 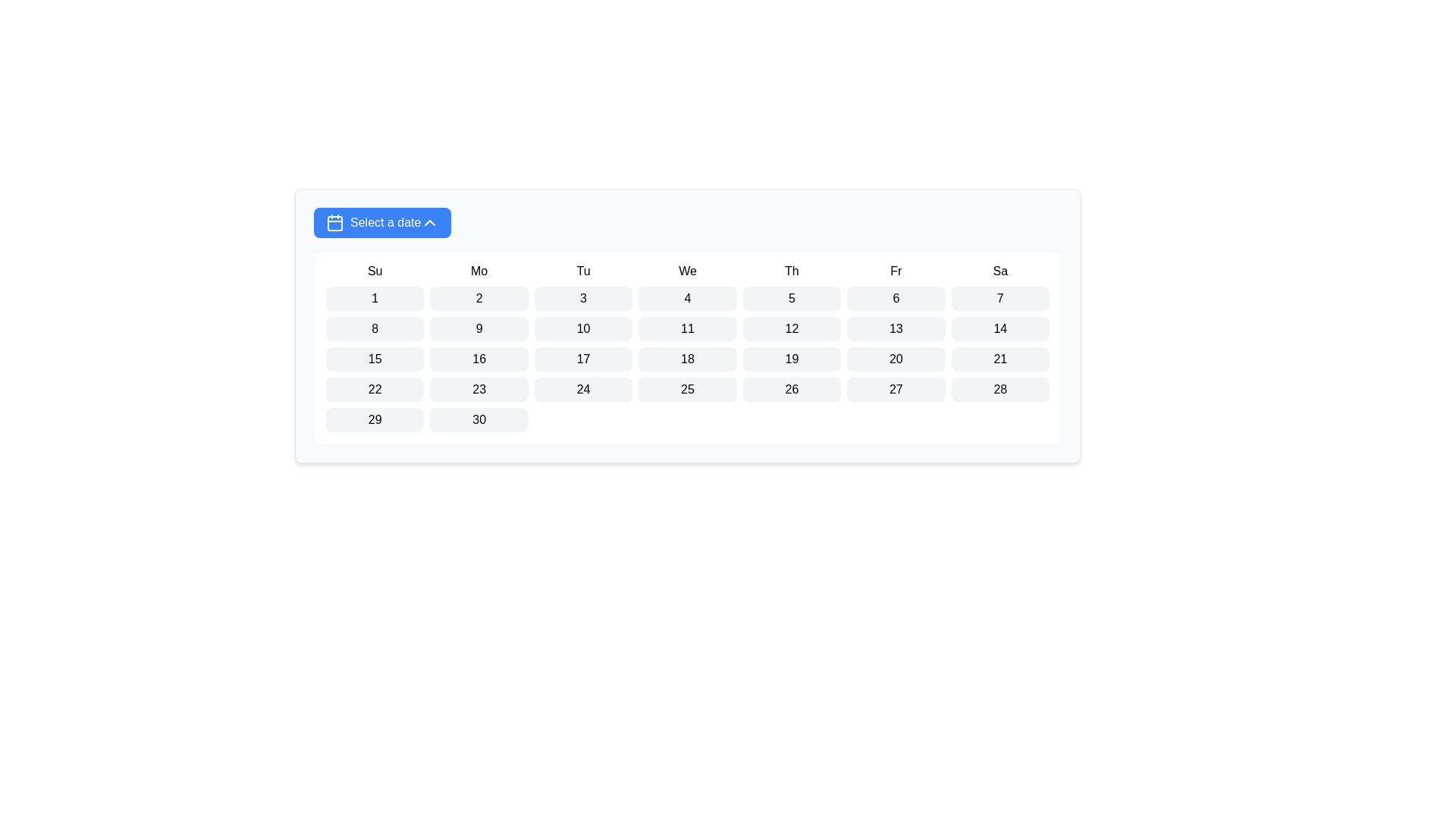 What do you see at coordinates (896, 271) in the screenshot?
I see `the static text element displaying 'Fr', which is the abbreviation for Friday, located in the sixth cell of the header row of a grid layout for the days of the week` at bounding box center [896, 271].